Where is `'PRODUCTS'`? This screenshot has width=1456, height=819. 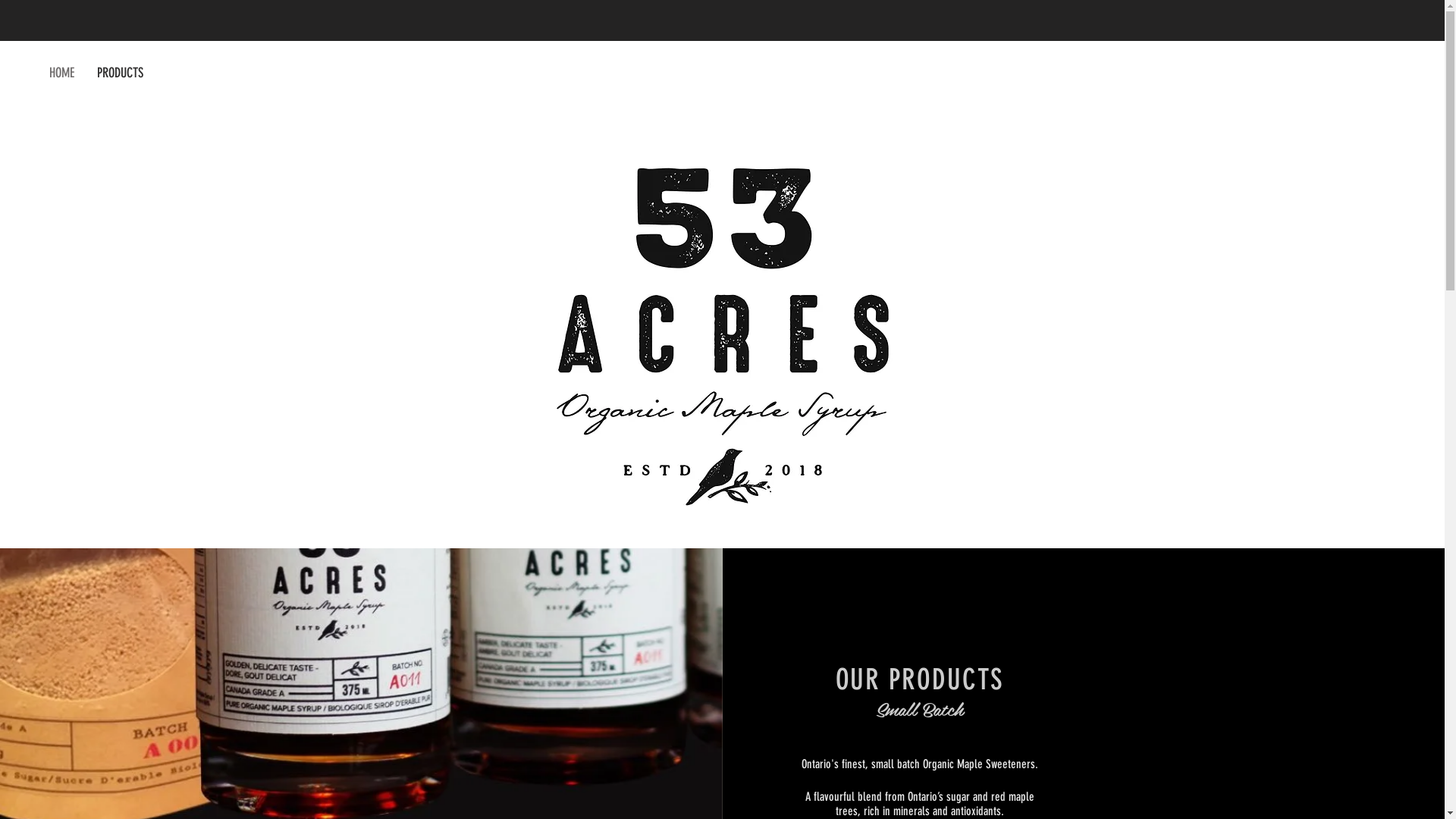 'PRODUCTS' is located at coordinates (119, 73).